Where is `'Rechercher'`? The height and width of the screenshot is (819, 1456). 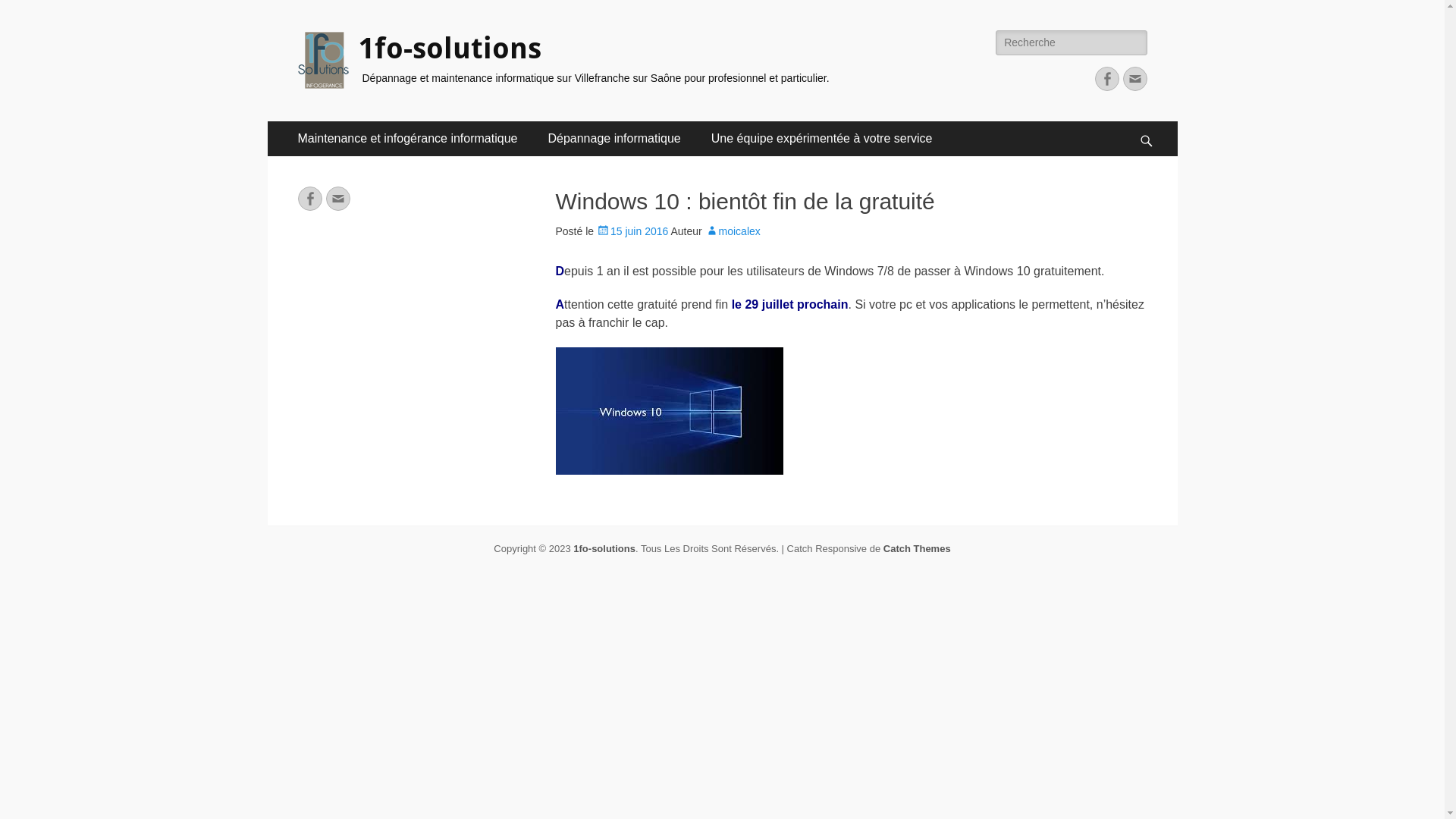 'Rechercher' is located at coordinates (33, 9).